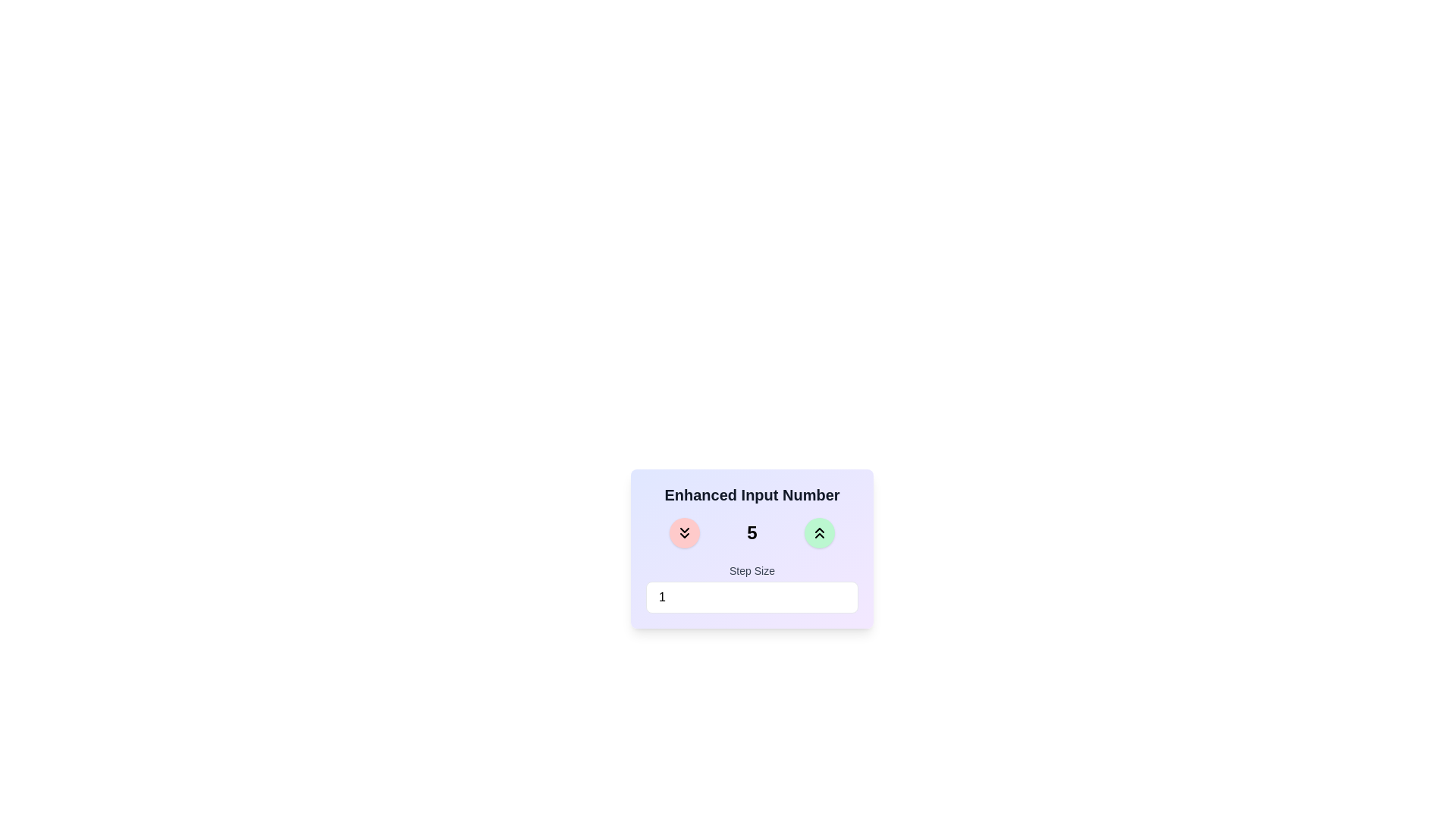  What do you see at coordinates (752, 587) in the screenshot?
I see `the Numeric input field for adjusting the step size, positioned centrally below the title 'Enhanced Input Number' and the segmented control displaying '5'` at bounding box center [752, 587].